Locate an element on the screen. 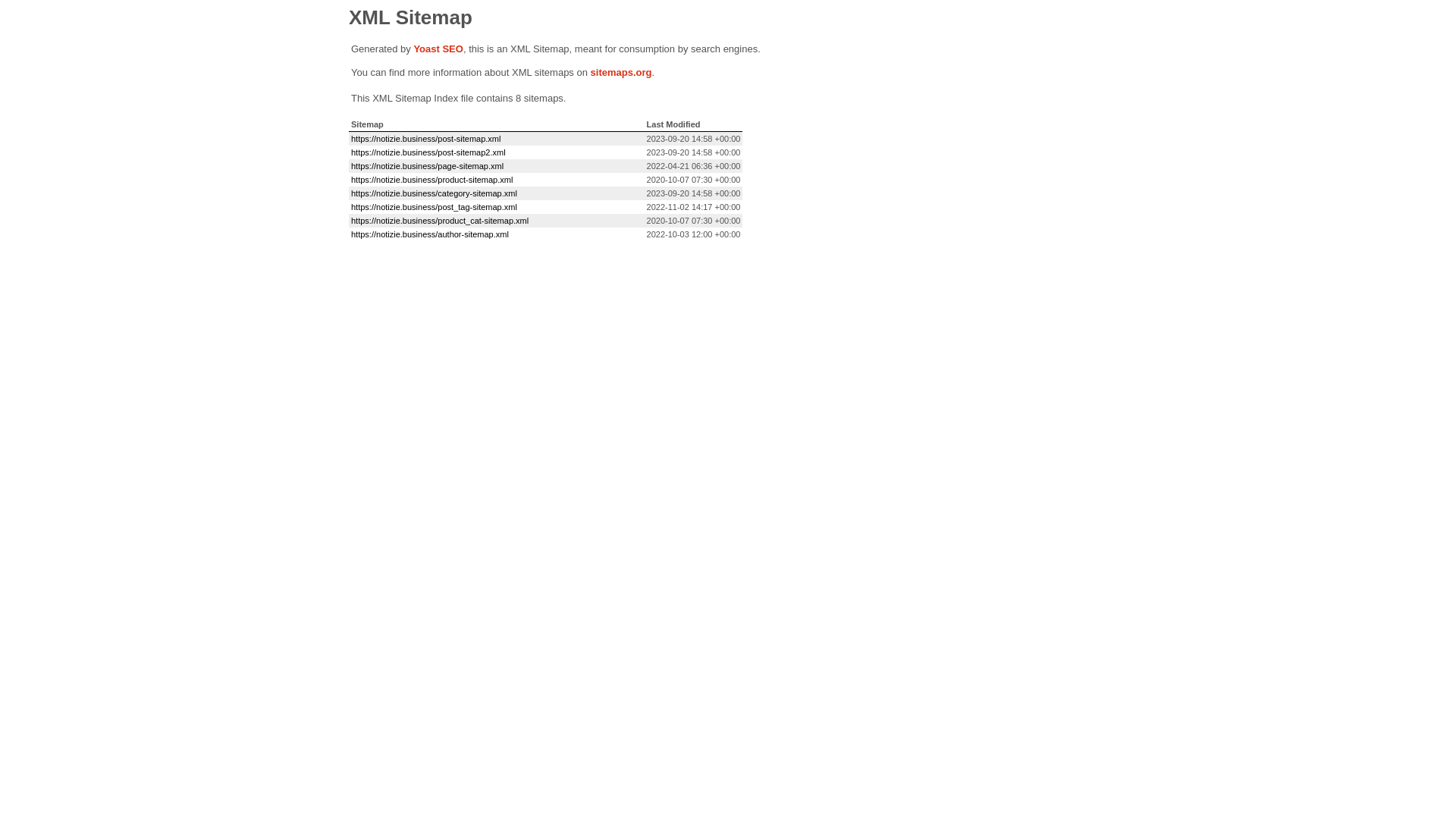 The image size is (1456, 819). 'https://notizie.business/author-sitemap.xml' is located at coordinates (428, 234).